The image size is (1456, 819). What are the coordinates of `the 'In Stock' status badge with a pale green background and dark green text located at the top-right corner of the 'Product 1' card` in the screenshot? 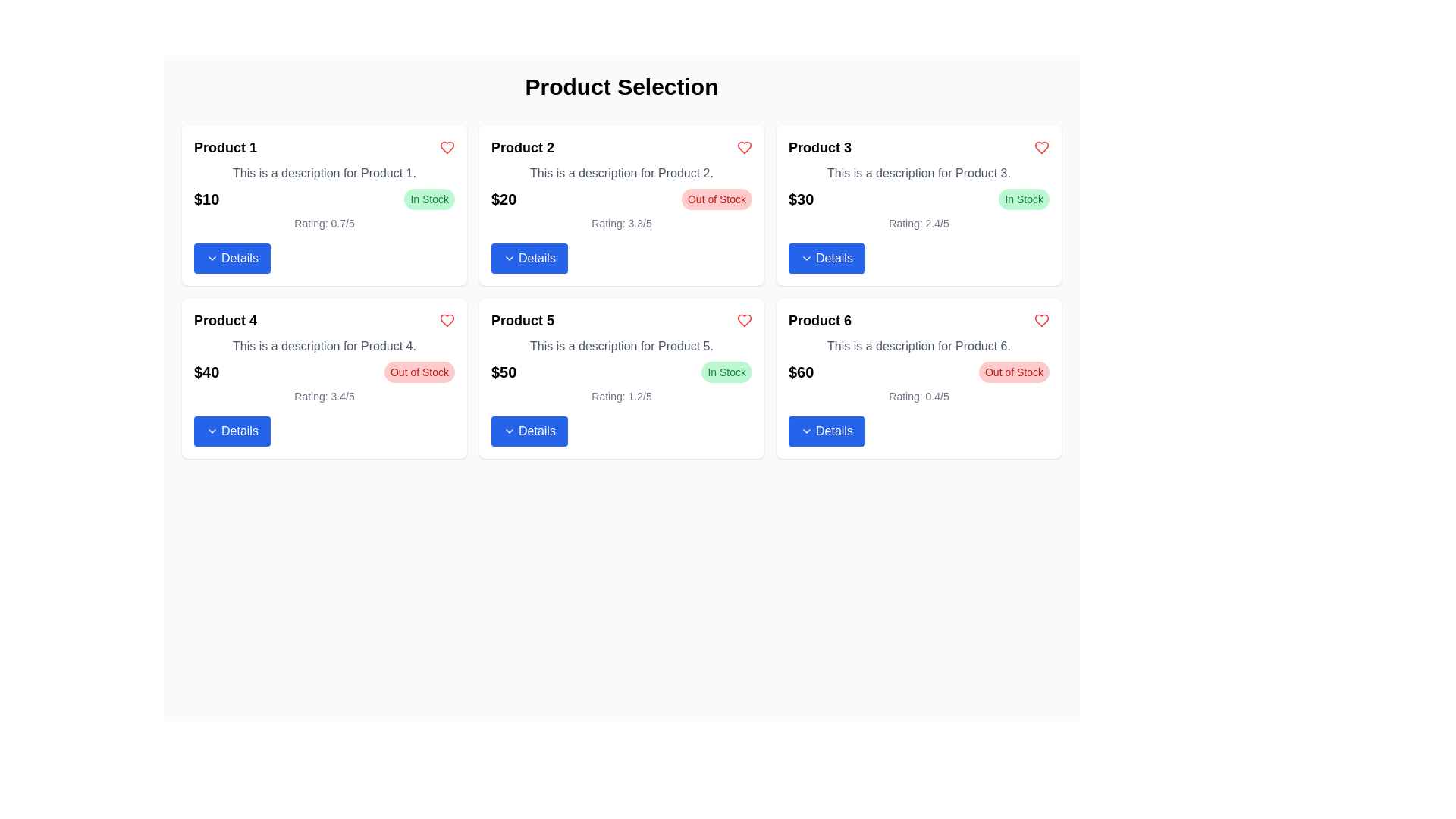 It's located at (428, 198).